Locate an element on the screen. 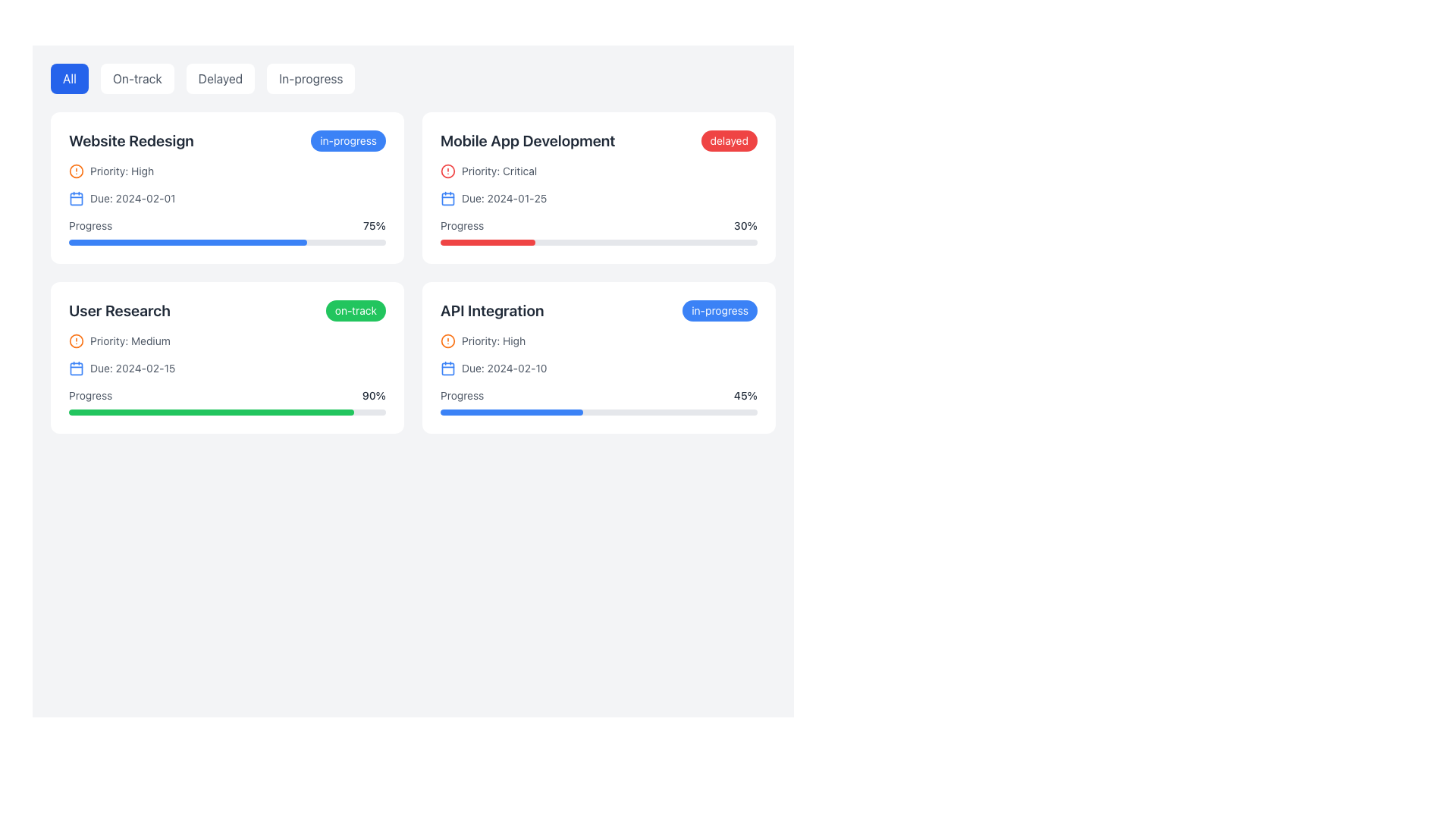 The image size is (1456, 819). the Progress bar segment indicating a completion rate of 75% for the 'Website Redesign' task is located at coordinates (187, 242).